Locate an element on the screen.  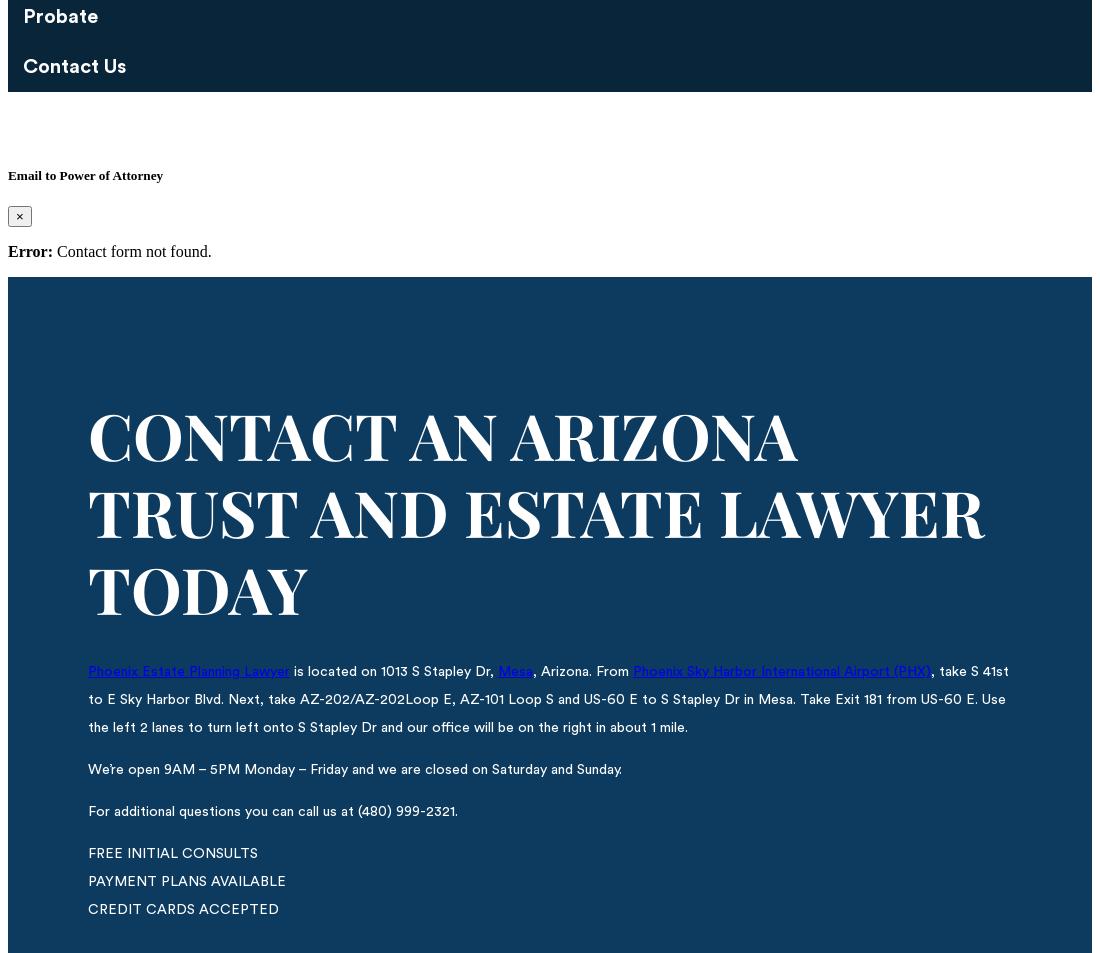
'Email to Power of Attorney' is located at coordinates (85, 174).